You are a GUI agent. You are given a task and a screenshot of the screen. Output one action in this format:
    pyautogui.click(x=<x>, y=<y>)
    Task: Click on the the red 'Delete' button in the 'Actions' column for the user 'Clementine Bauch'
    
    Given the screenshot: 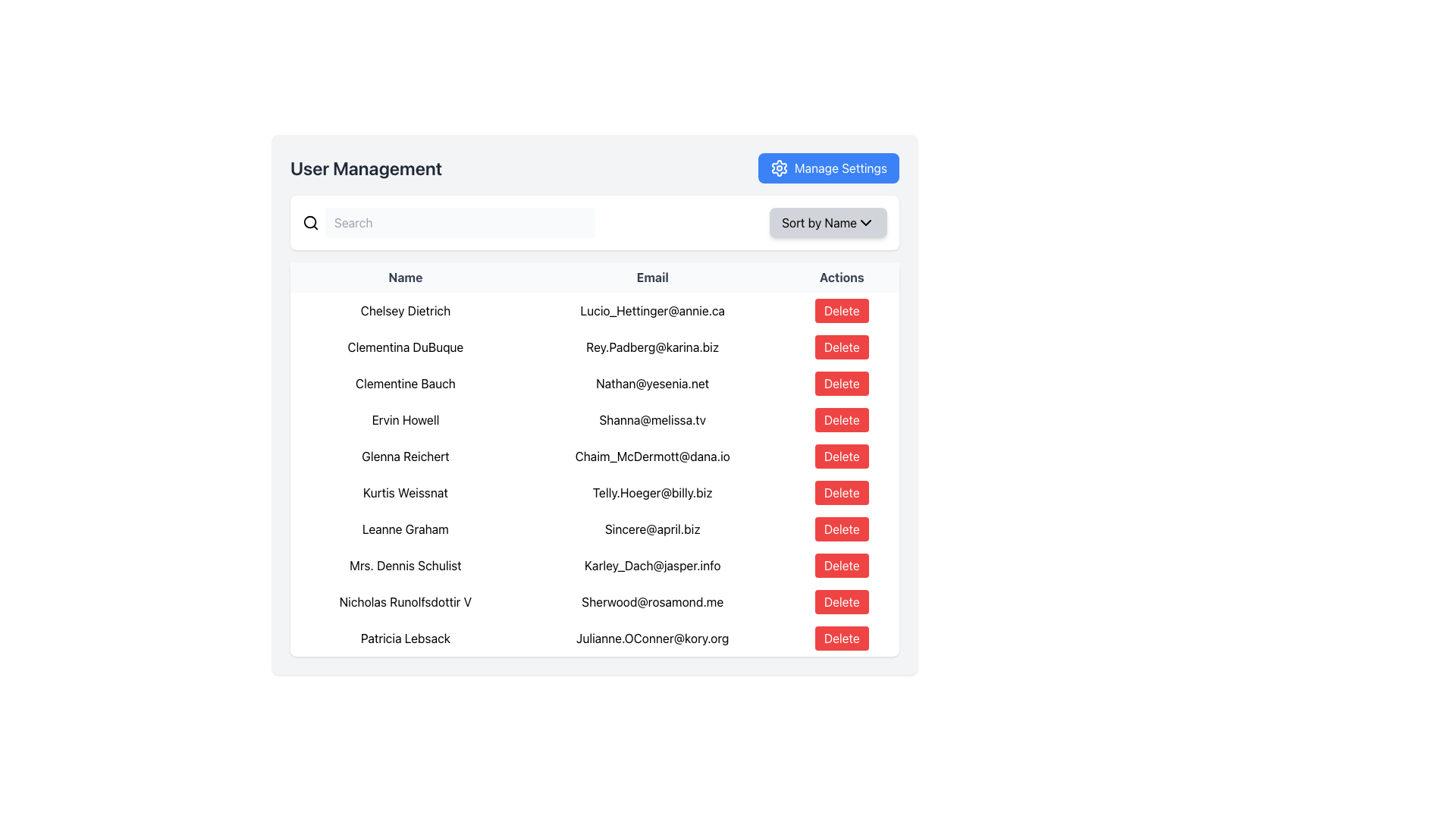 What is the action you would take?
    pyautogui.click(x=841, y=382)
    